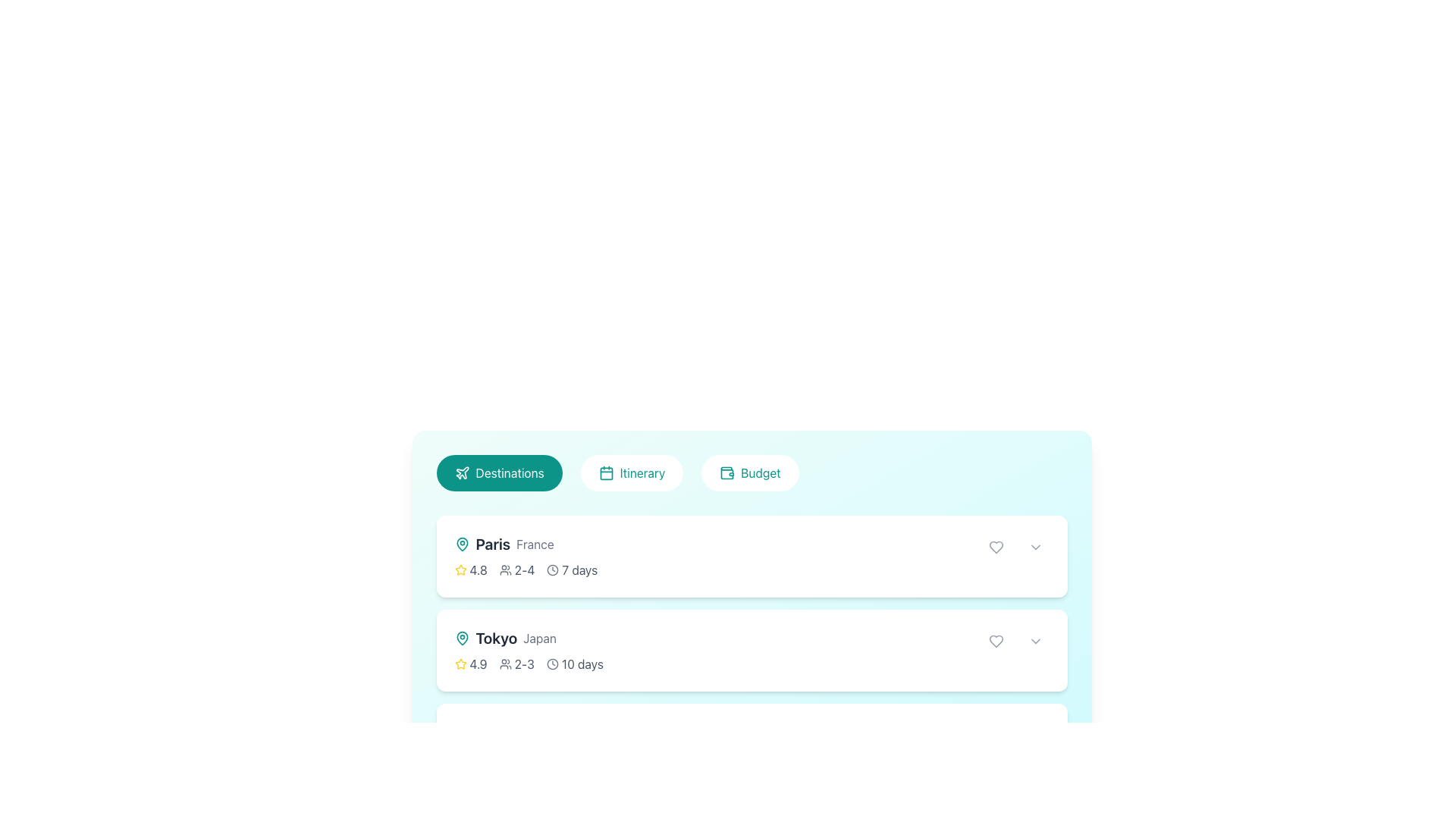 The image size is (1456, 819). I want to click on the text display element showing the title 'Paris' and the subtitle 'France', which is the first item in a vertically arranged list of destinations, so click(526, 543).